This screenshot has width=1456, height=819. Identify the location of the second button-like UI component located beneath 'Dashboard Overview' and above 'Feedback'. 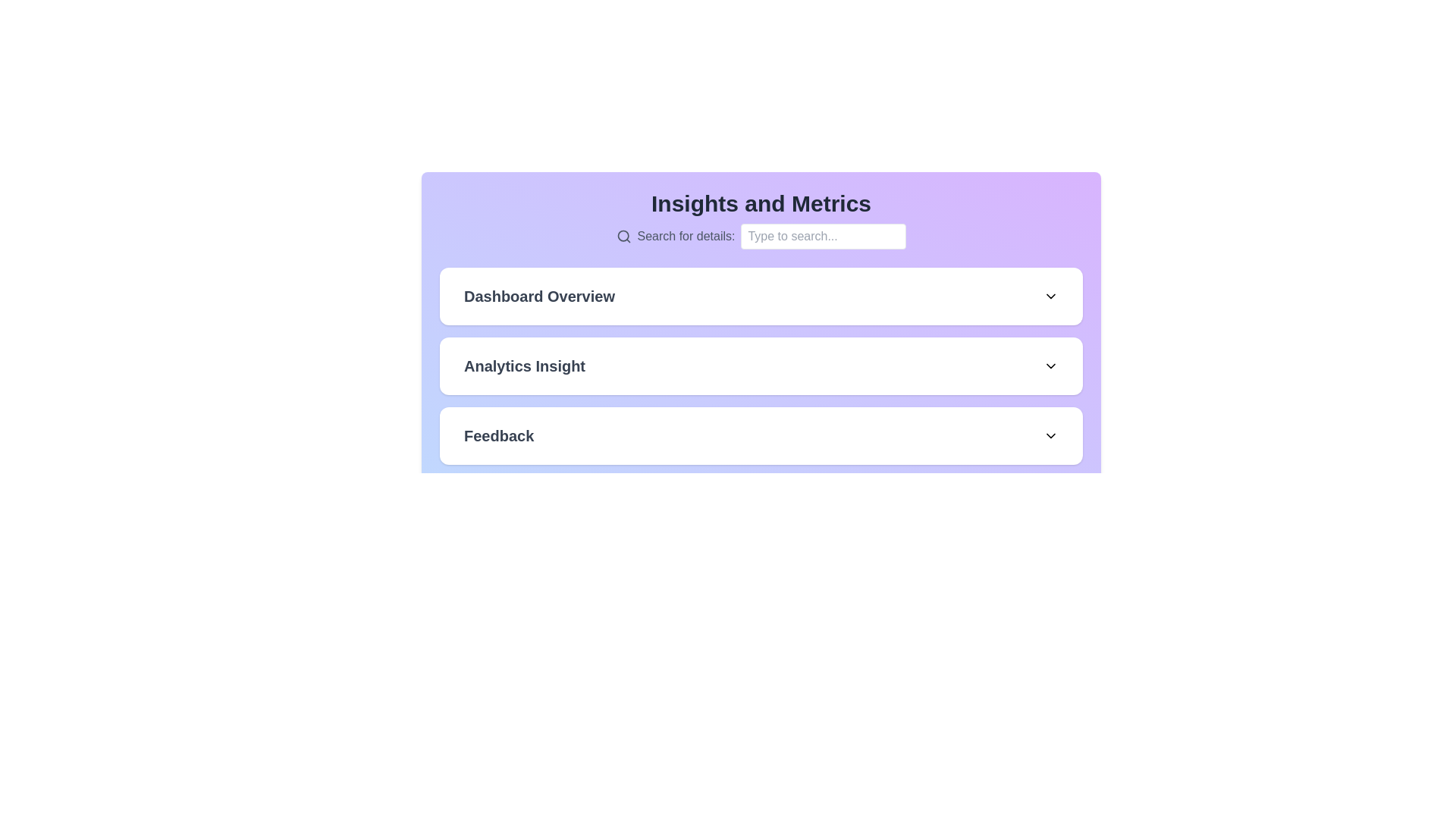
(761, 366).